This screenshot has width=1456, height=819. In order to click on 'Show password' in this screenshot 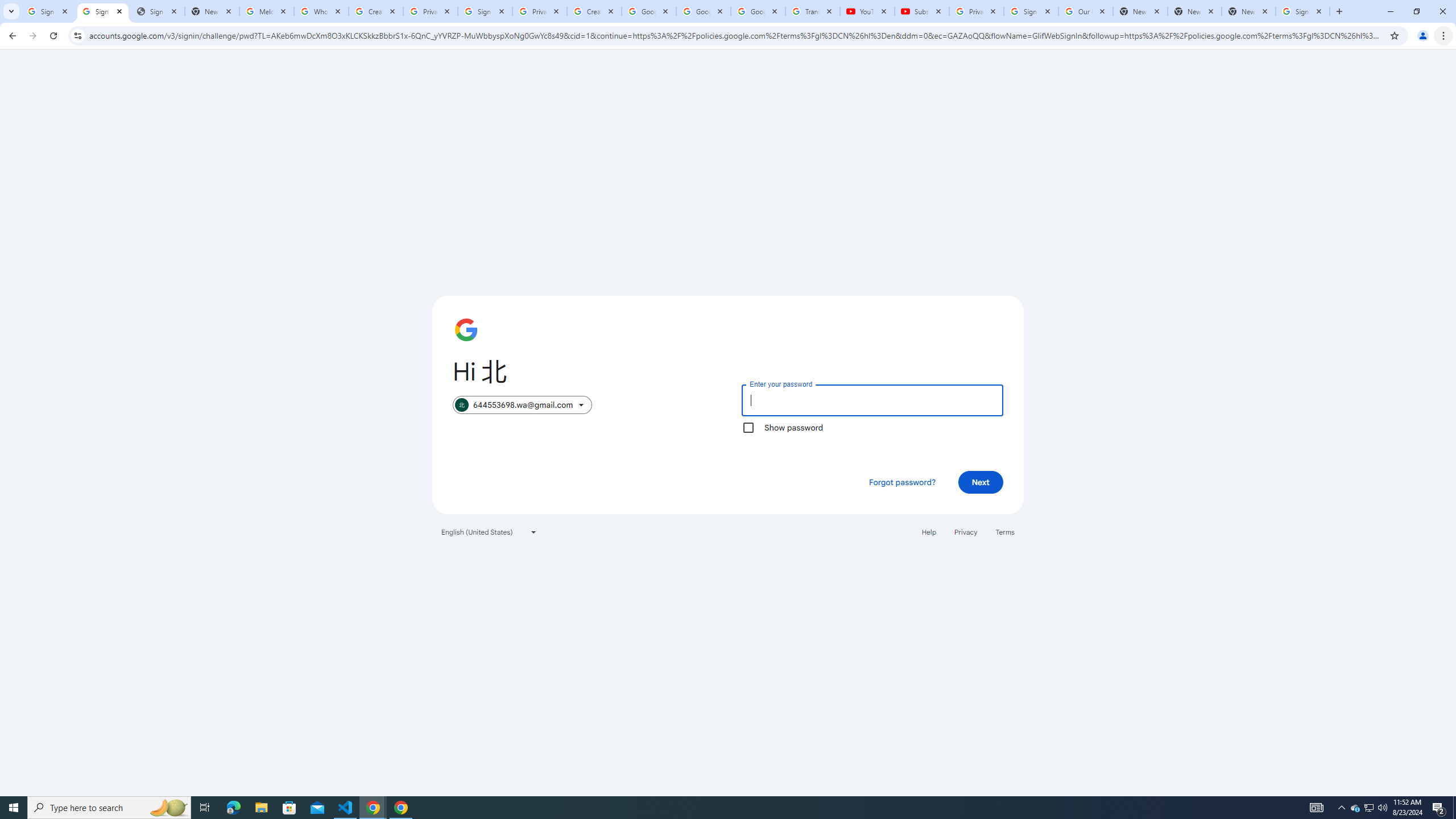, I will do `click(747, 427)`.